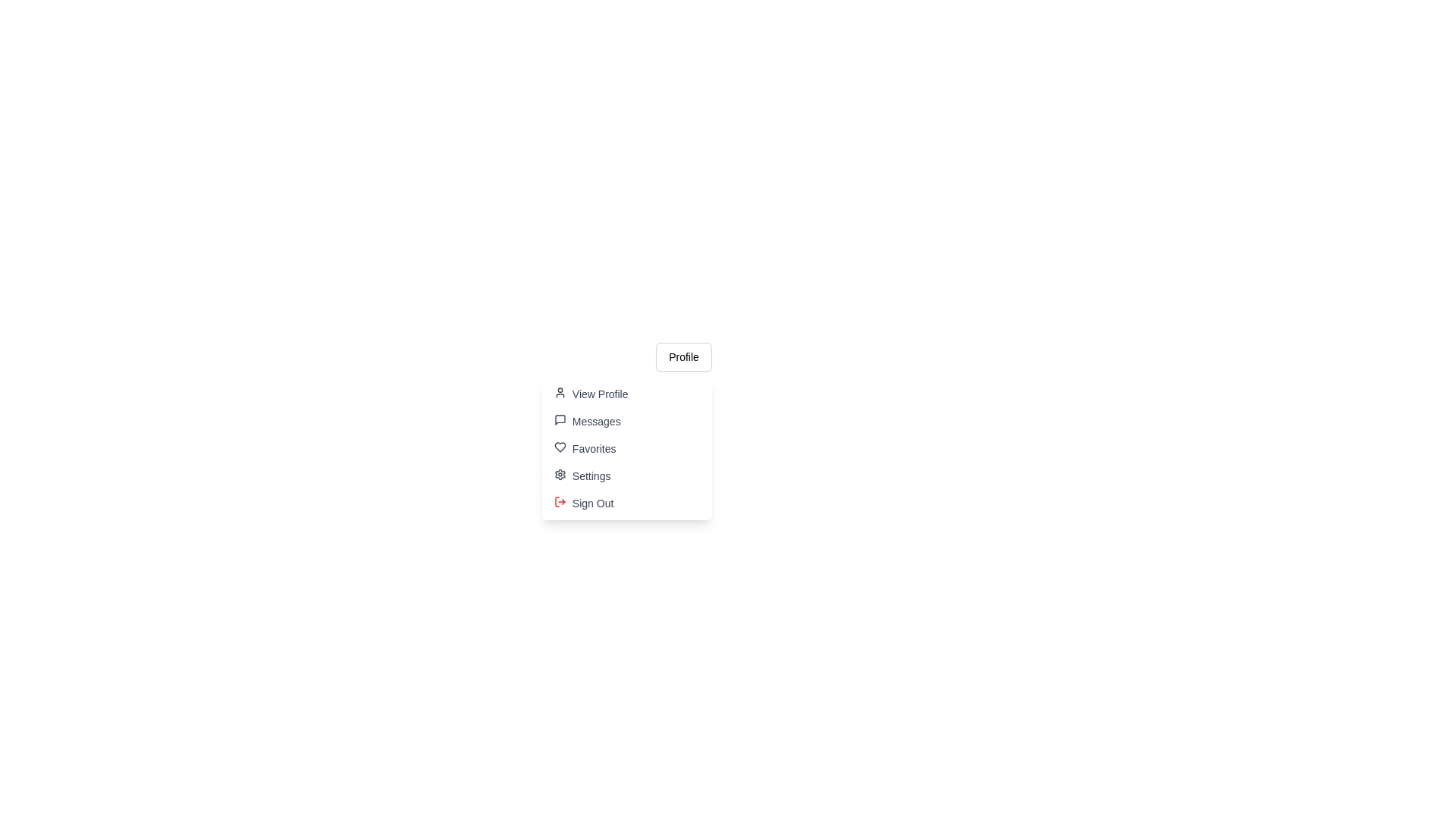  I want to click on the first entry in the vertical menu labeled 'Profile', so click(626, 394).